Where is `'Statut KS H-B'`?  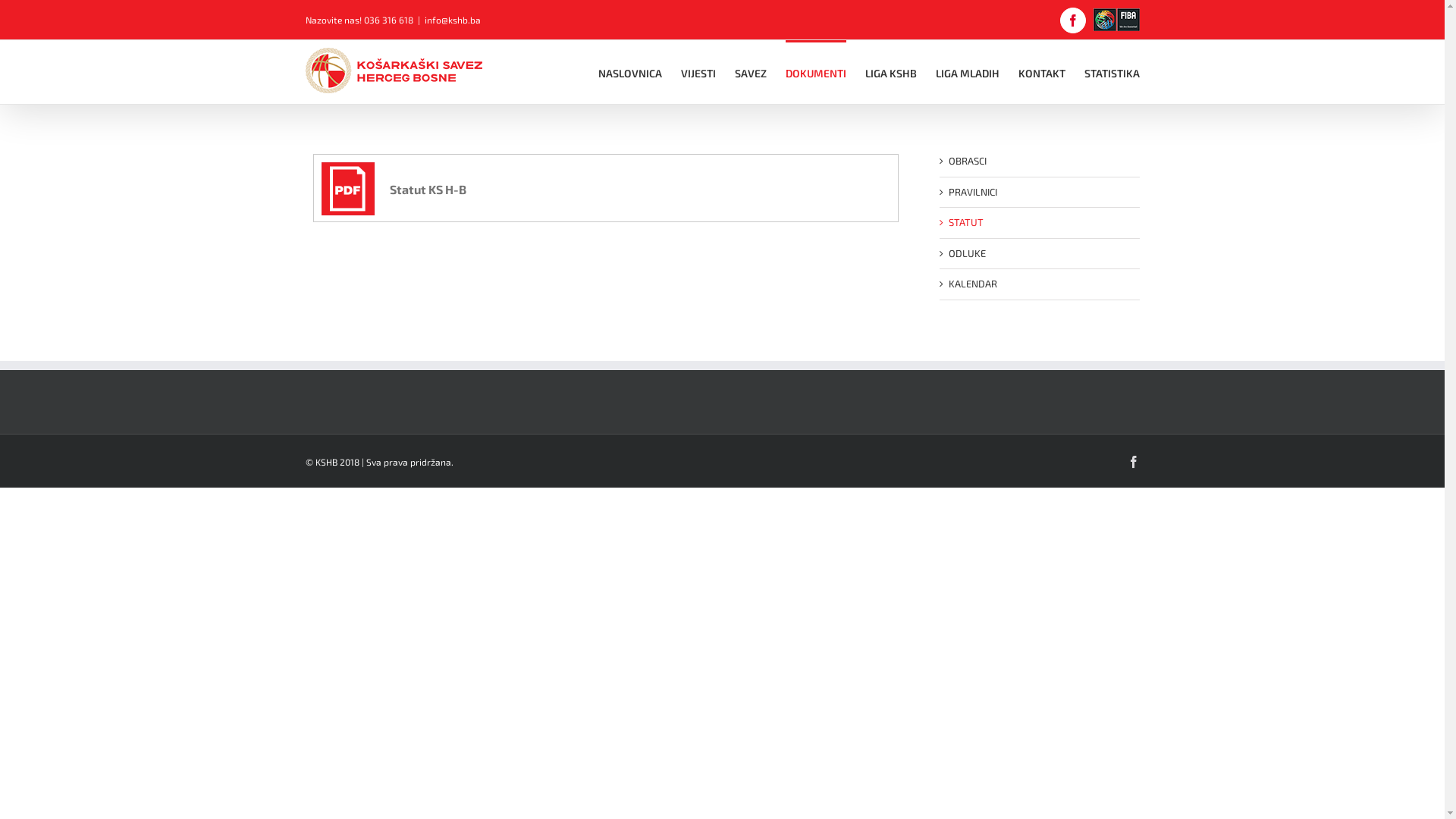 'Statut KS H-B' is located at coordinates (320, 188).